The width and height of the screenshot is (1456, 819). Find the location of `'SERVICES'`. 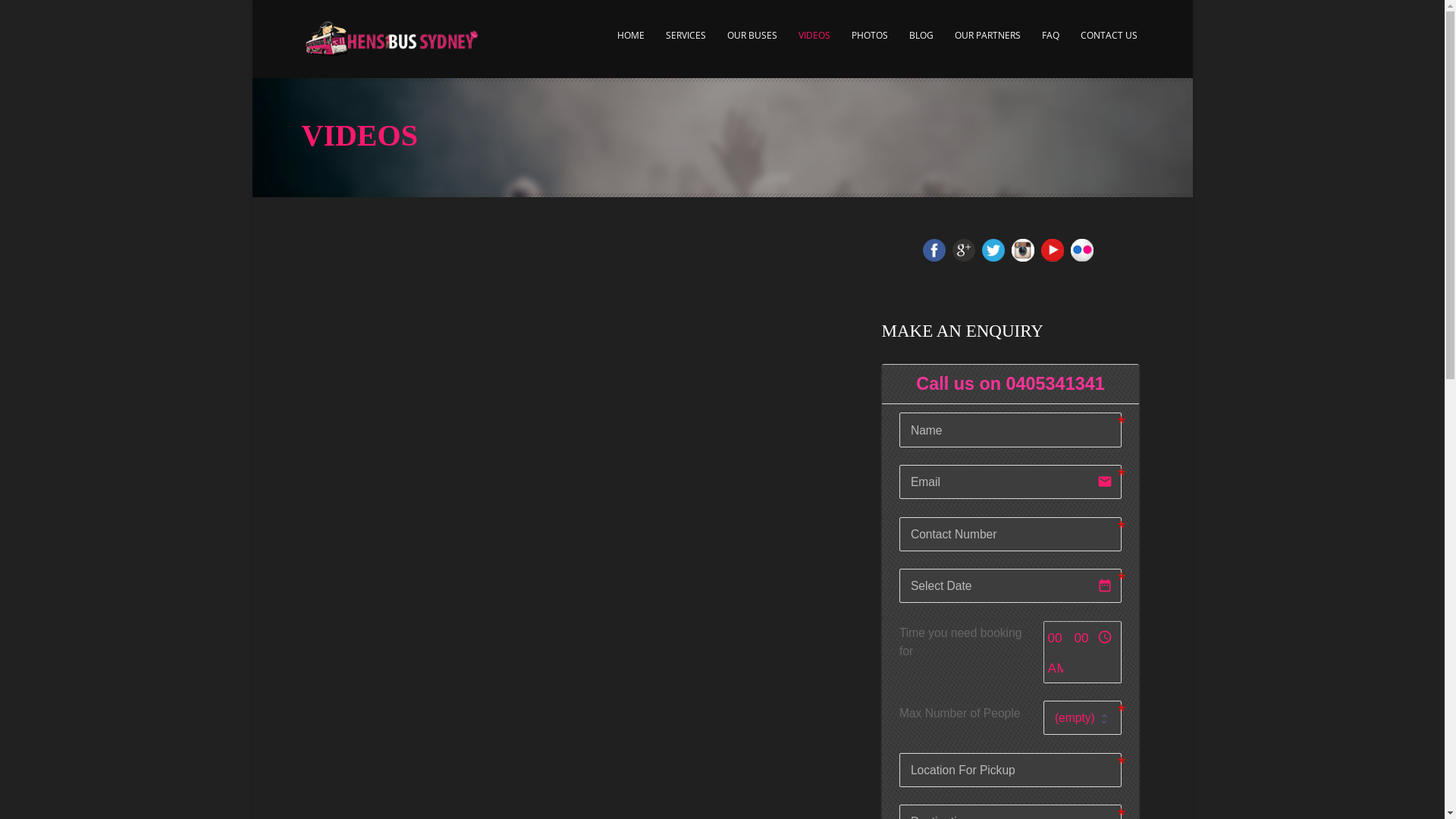

'SERVICES' is located at coordinates (684, 42).